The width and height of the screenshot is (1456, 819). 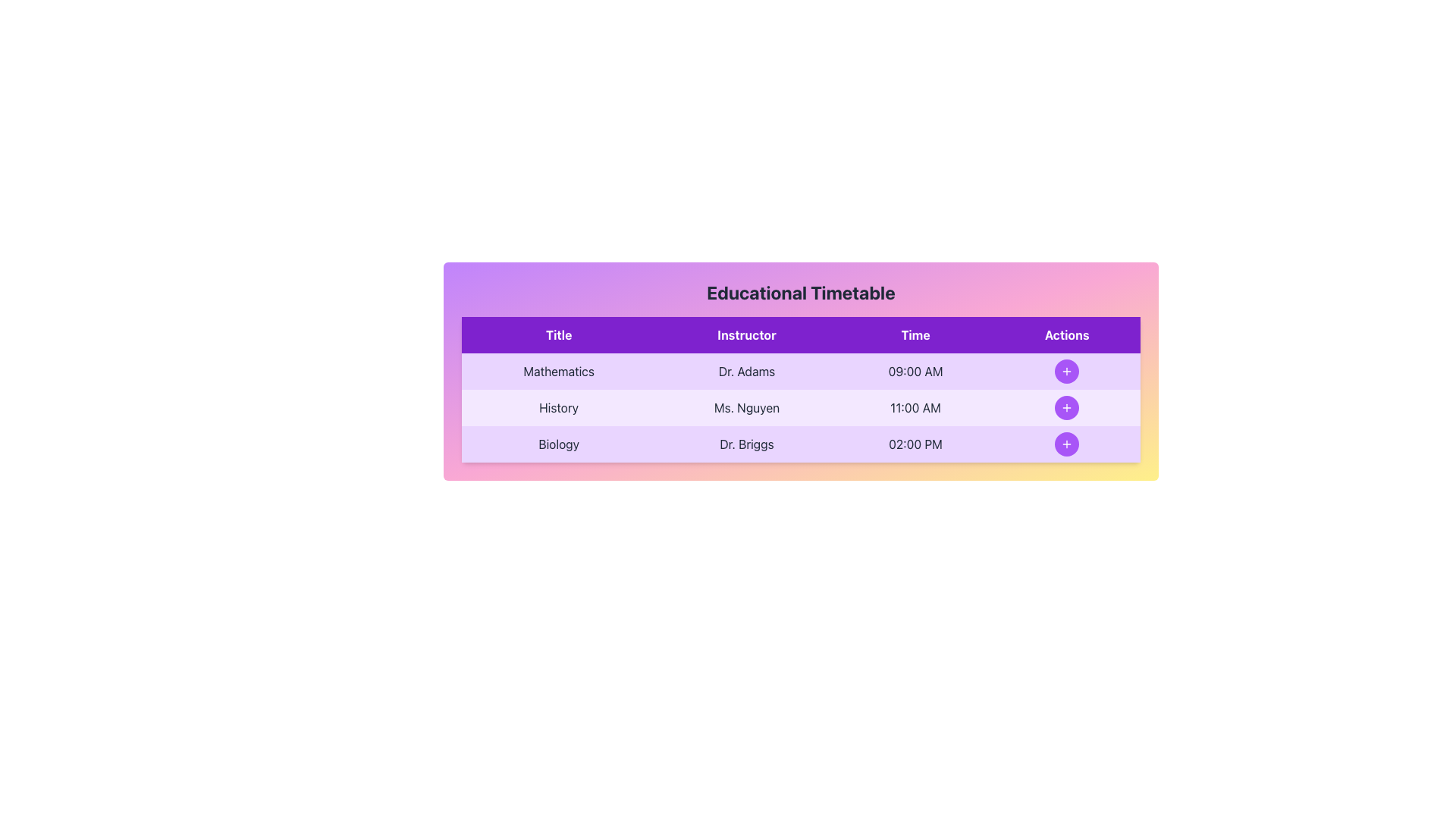 What do you see at coordinates (800, 371) in the screenshot?
I see `course schedule details from the first entry of the table titled 'Educational Timetable', which includes the course title, instructor's name, and class time` at bounding box center [800, 371].